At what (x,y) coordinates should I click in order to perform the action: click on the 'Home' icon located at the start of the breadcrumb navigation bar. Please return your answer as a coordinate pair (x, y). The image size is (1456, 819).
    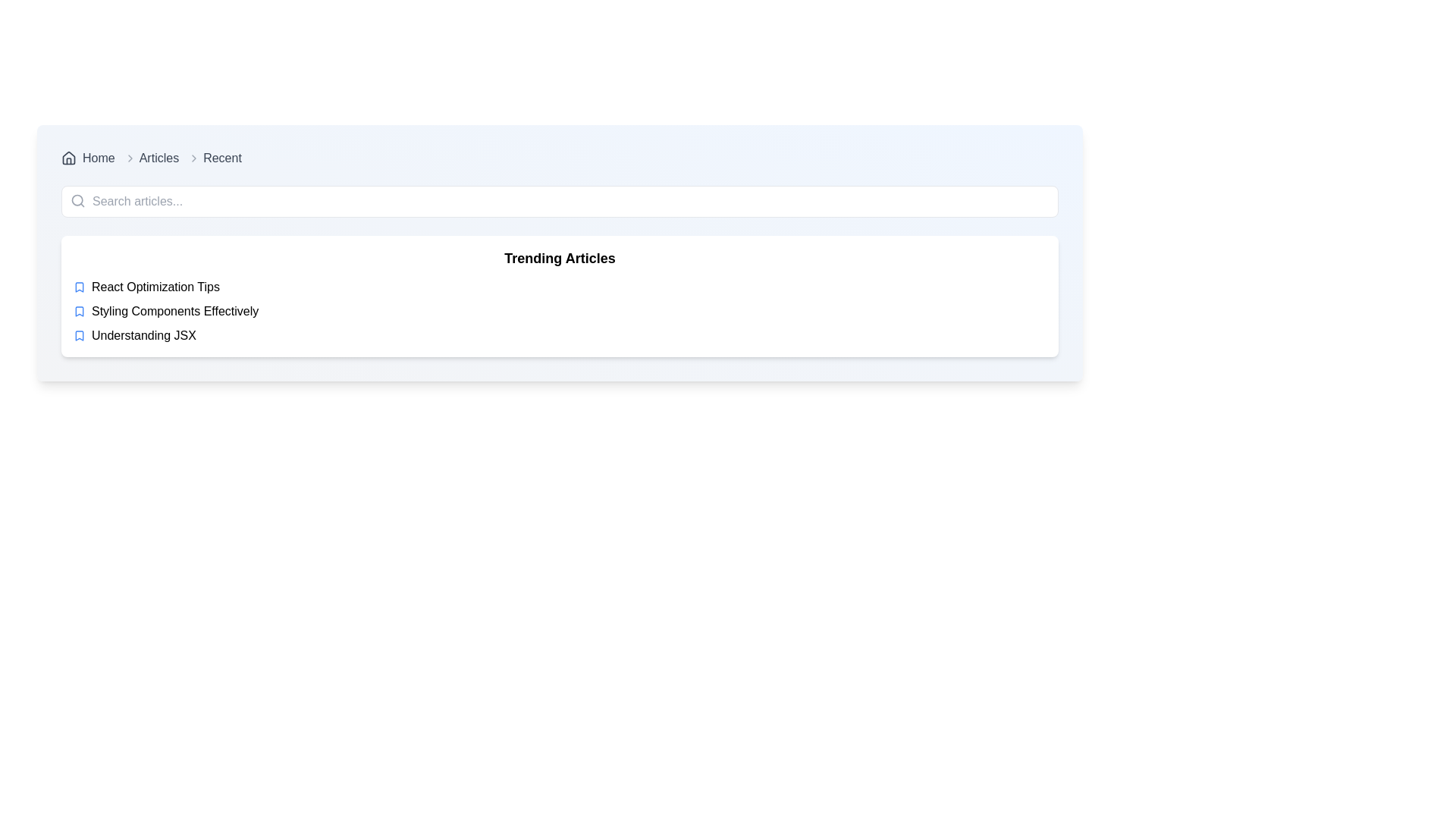
    Looking at the image, I should click on (68, 158).